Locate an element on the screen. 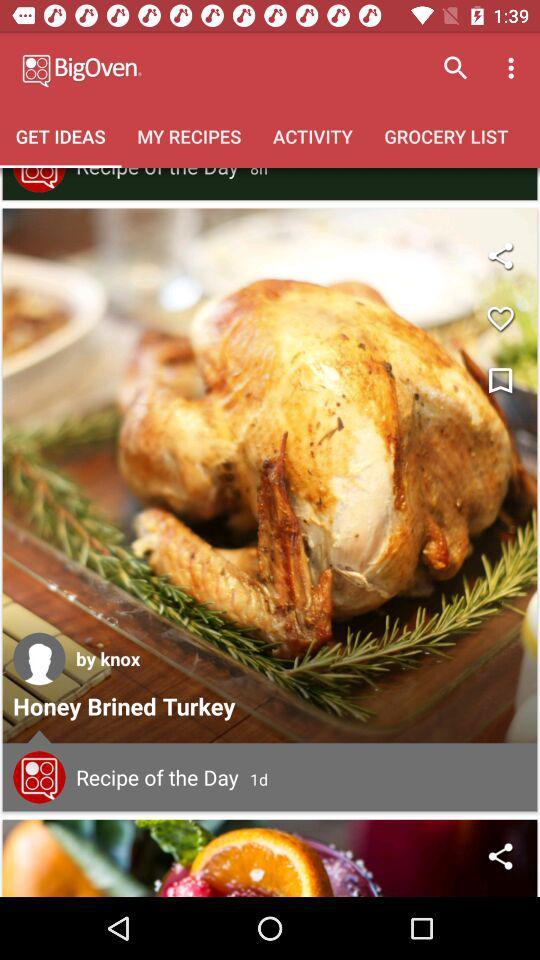 This screenshot has width=540, height=960. bookmark recipe is located at coordinates (499, 380).